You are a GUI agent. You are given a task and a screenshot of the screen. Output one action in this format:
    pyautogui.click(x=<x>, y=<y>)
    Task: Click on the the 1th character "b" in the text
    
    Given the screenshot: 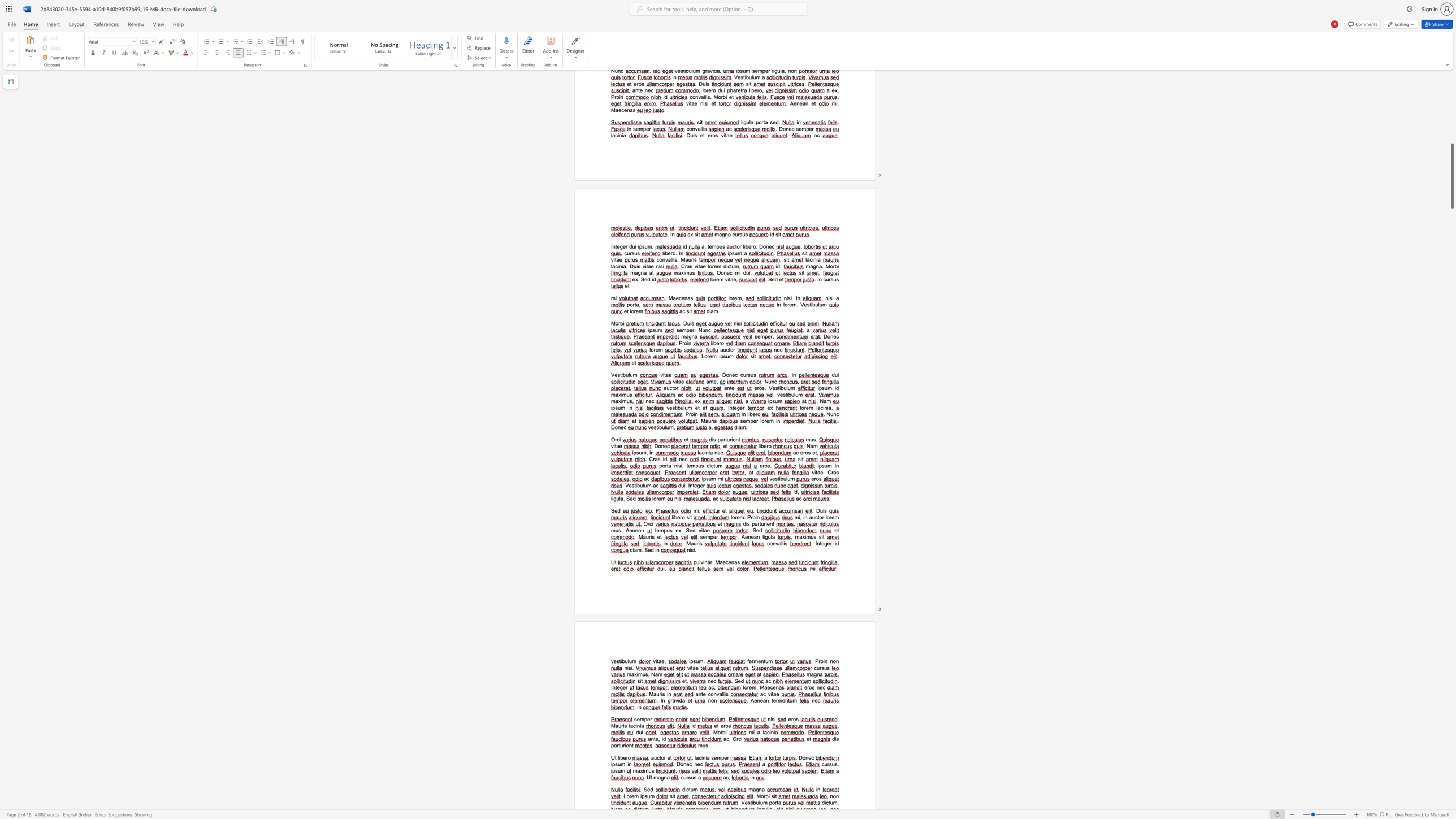 What is the action you would take?
    pyautogui.click(x=782, y=479)
    